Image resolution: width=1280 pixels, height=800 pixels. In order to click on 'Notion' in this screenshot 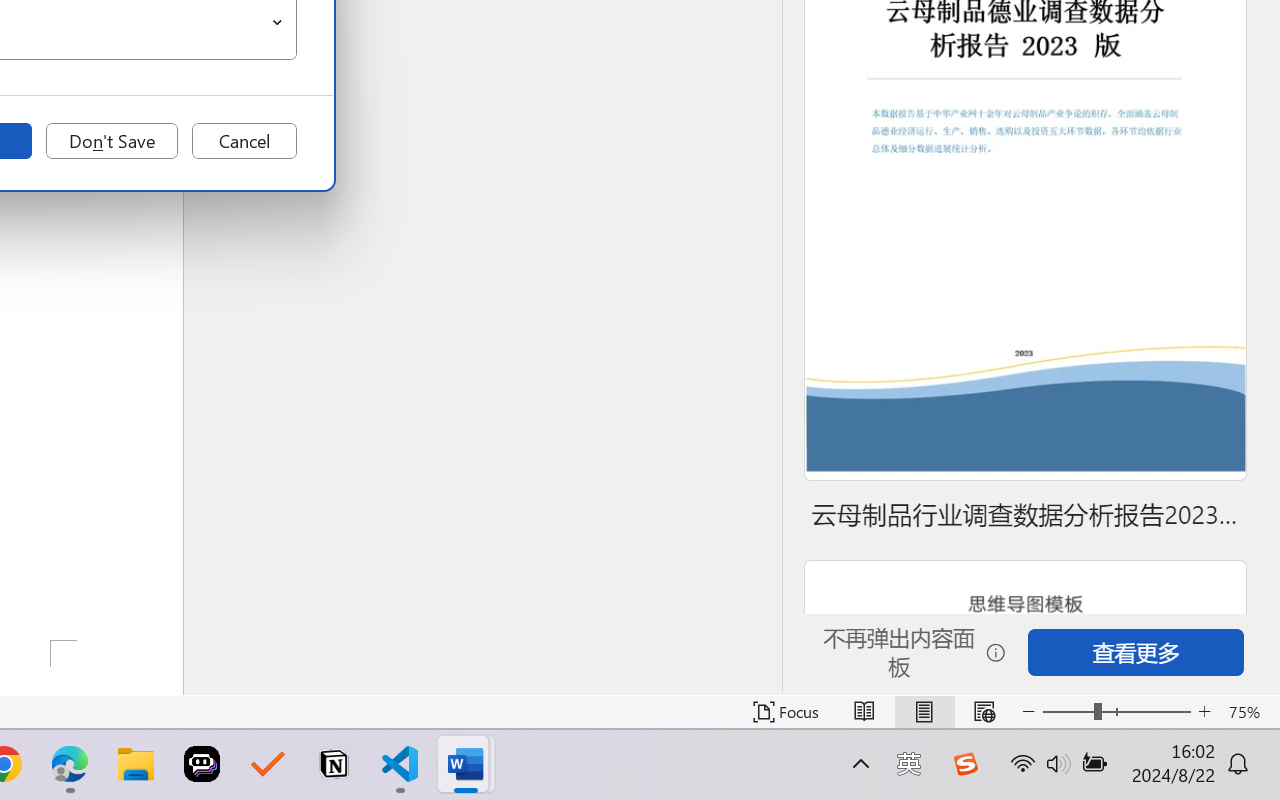, I will do `click(334, 764)`.